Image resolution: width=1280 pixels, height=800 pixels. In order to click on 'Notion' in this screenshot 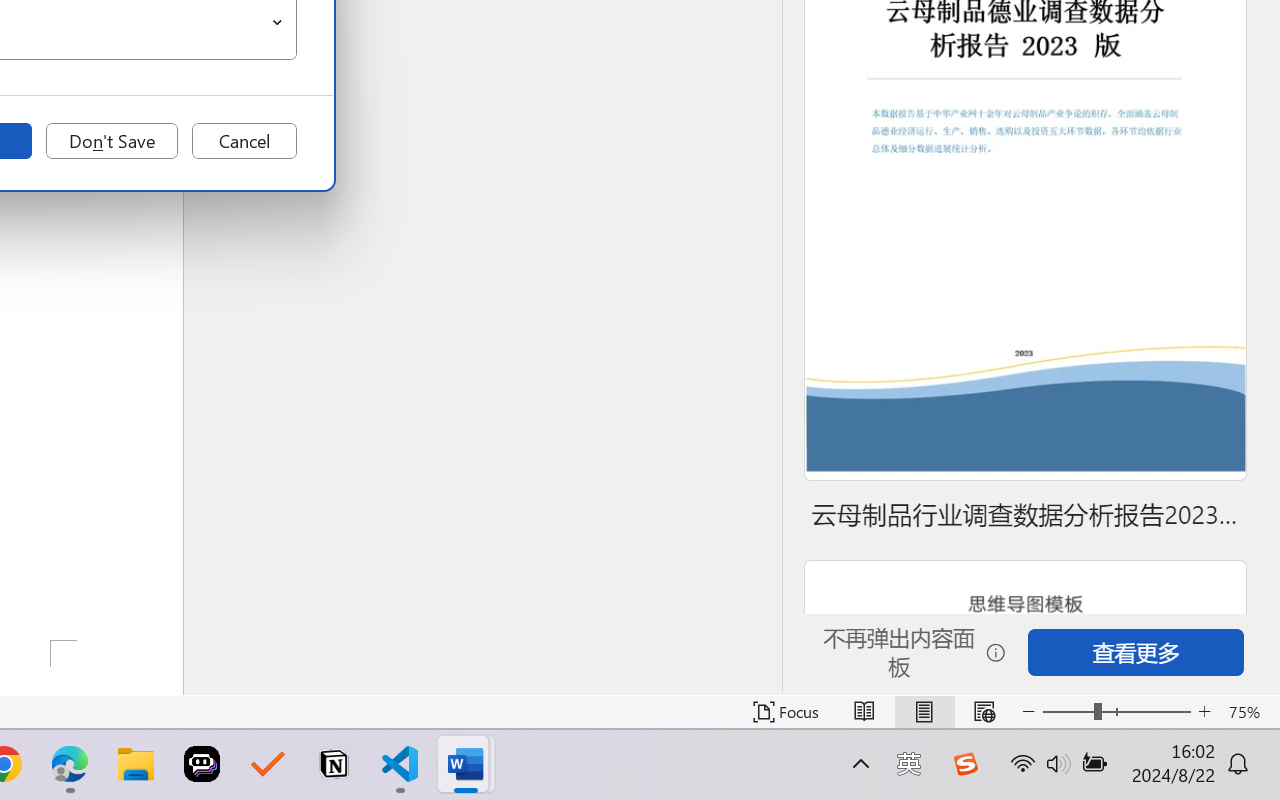, I will do `click(334, 764)`.